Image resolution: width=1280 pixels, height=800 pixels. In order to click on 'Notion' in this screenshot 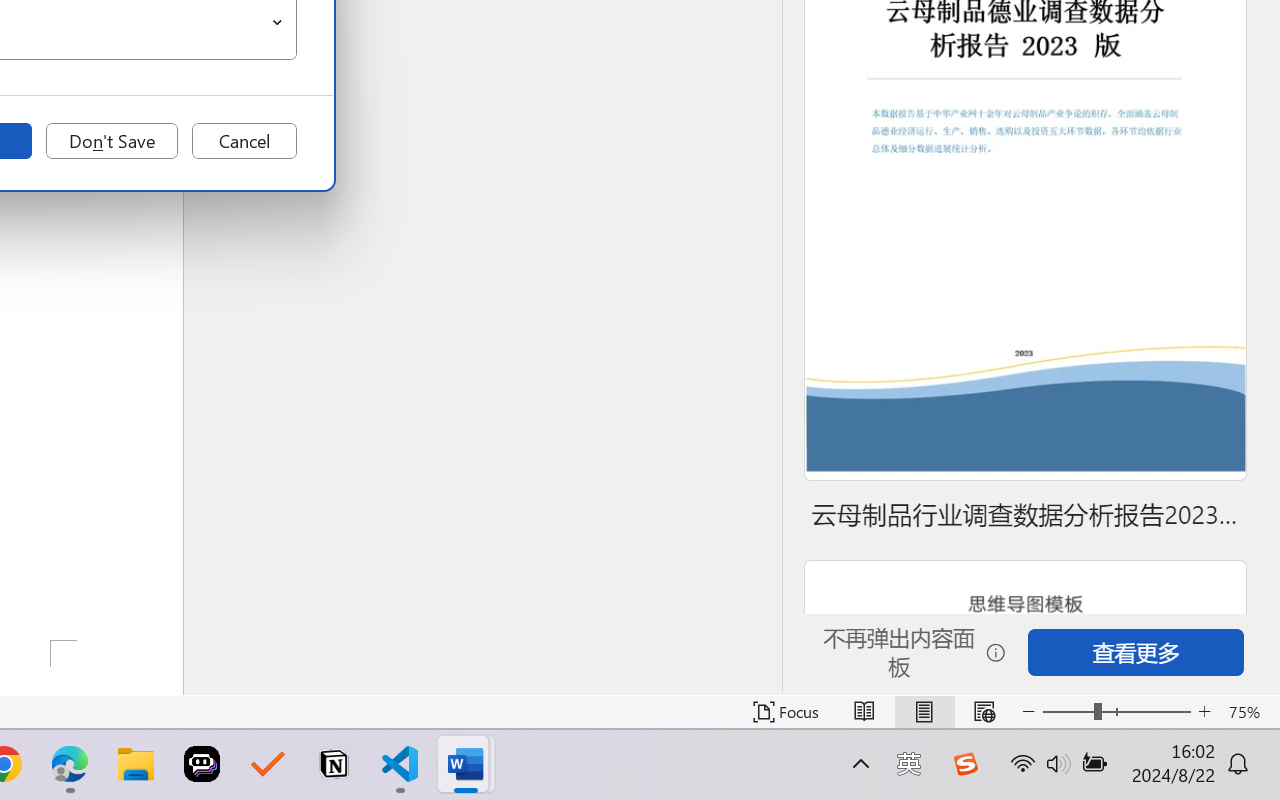, I will do `click(334, 764)`.